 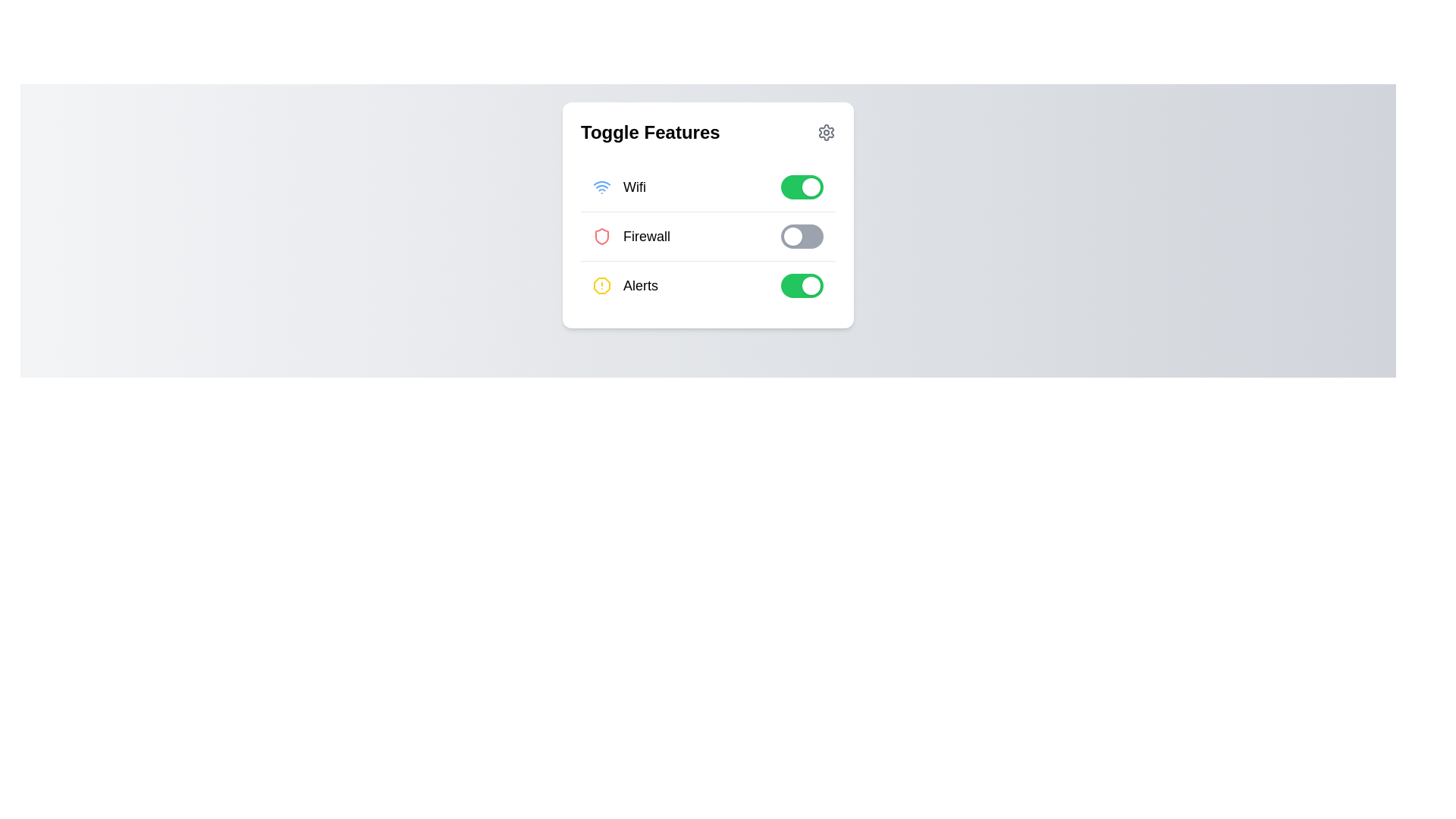 What do you see at coordinates (601, 186) in the screenshot?
I see `the 'Wifi' icon located in the 'Toggle Features' panel, which is positioned horizontally to the left of the text label 'Wifi'` at bounding box center [601, 186].